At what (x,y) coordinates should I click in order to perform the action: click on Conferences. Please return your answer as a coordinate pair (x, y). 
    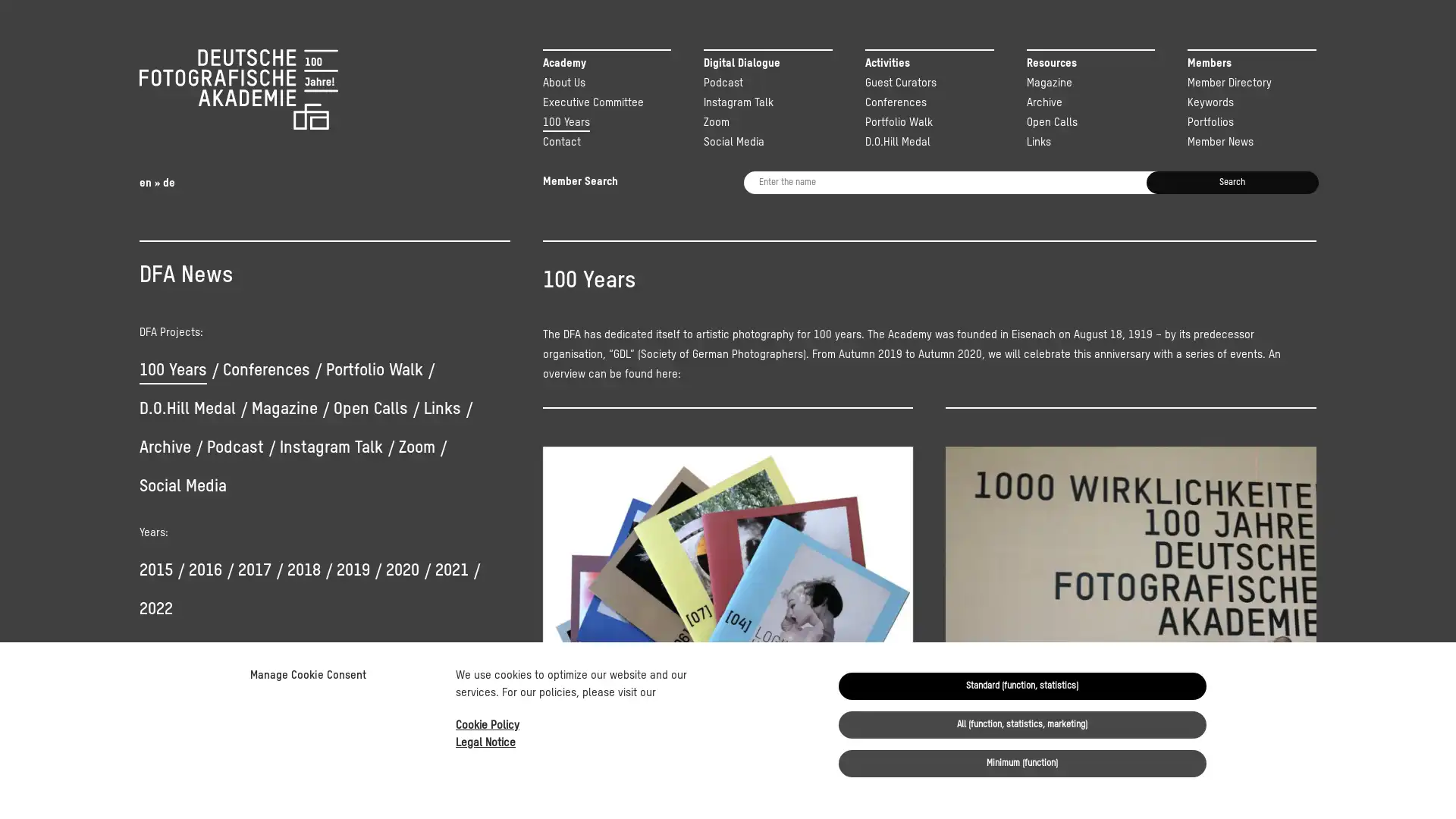
    Looking at the image, I should click on (266, 371).